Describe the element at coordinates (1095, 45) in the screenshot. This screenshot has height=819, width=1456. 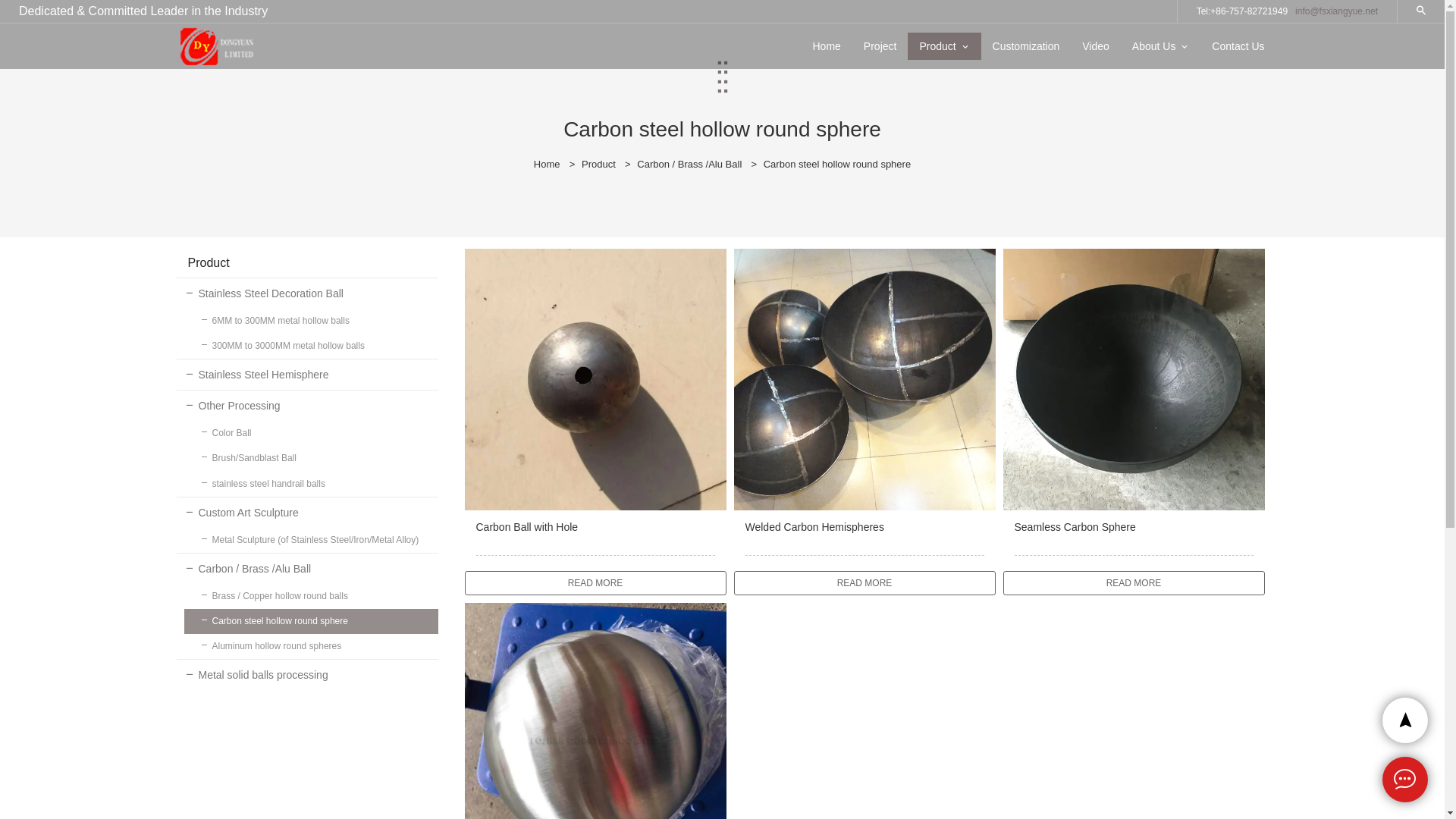
I see `'Video'` at that location.